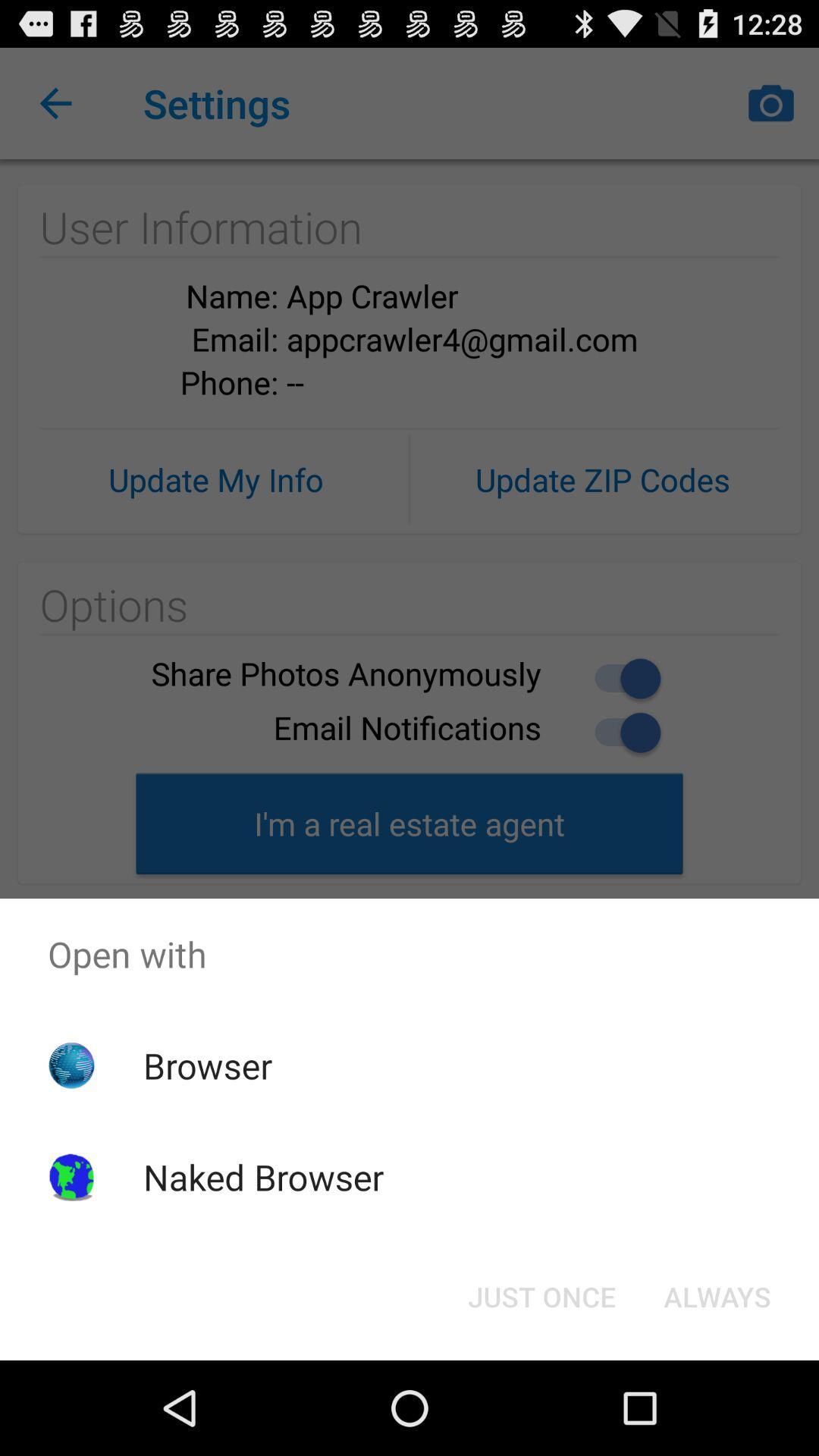  What do you see at coordinates (541, 1295) in the screenshot?
I see `button next to the always button` at bounding box center [541, 1295].